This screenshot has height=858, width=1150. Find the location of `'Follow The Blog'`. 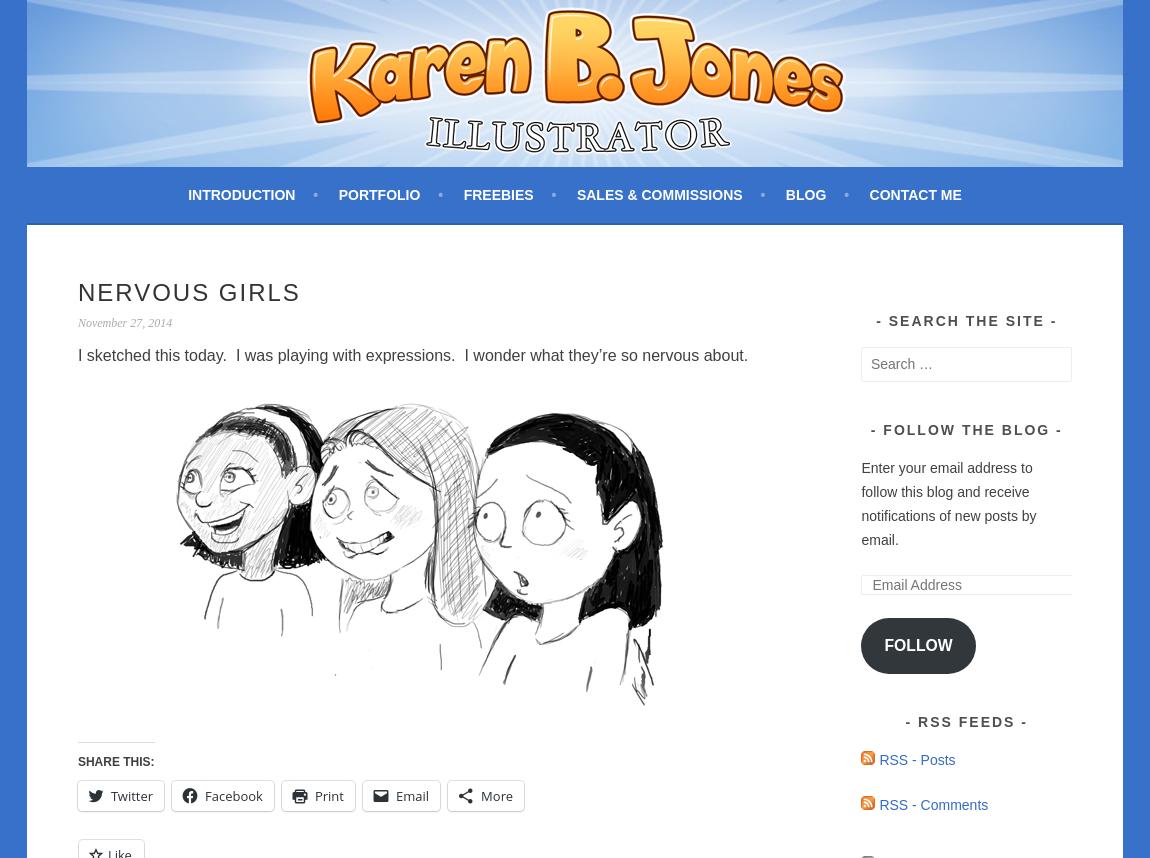

'Follow The Blog' is located at coordinates (966, 429).